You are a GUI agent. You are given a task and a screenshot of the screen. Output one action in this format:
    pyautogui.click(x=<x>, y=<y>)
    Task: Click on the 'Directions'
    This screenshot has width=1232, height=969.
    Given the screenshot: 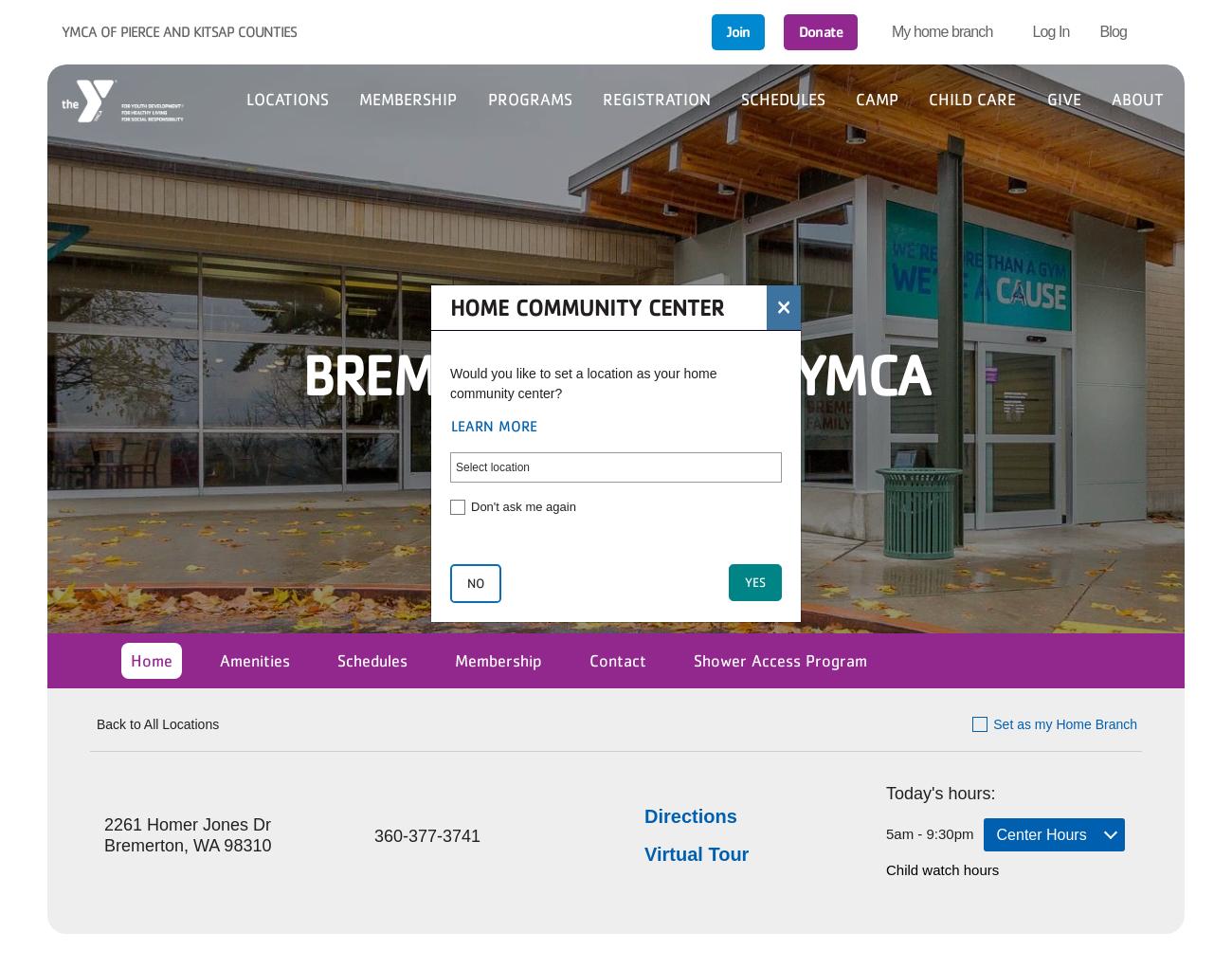 What is the action you would take?
    pyautogui.click(x=690, y=816)
    